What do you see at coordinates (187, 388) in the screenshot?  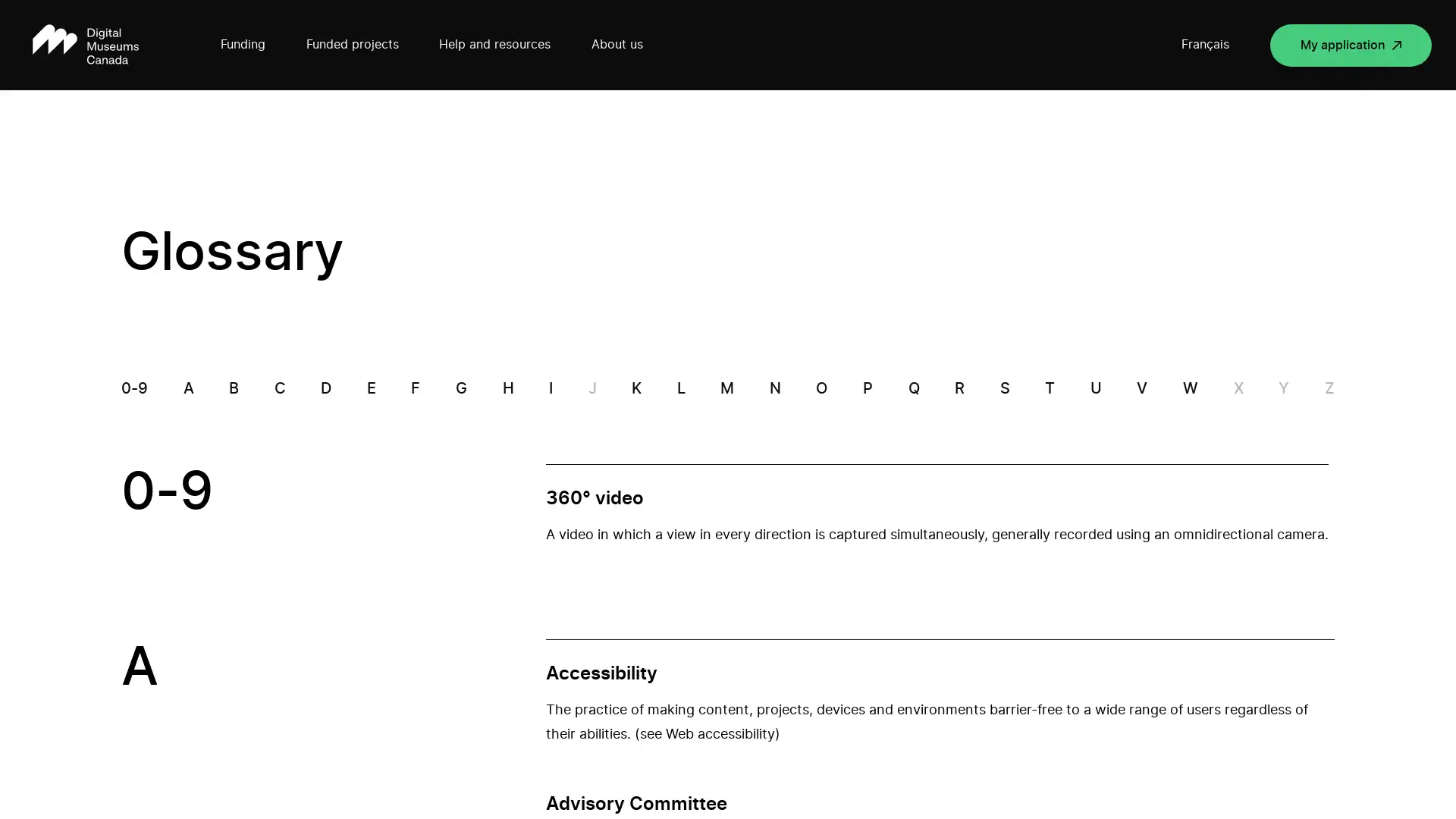 I see `A` at bounding box center [187, 388].